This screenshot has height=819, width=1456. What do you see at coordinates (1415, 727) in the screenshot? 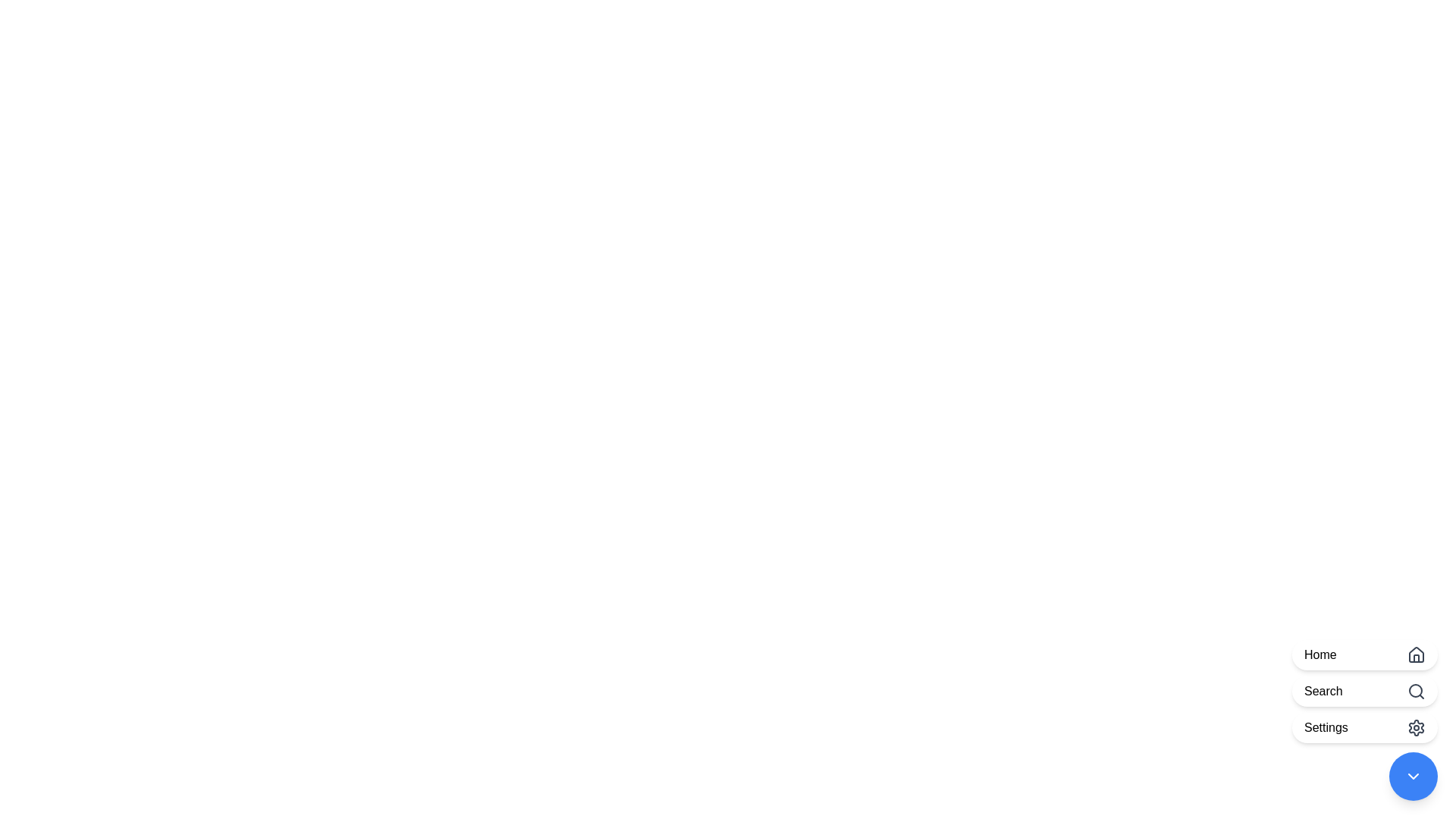
I see `the gear icon` at bounding box center [1415, 727].